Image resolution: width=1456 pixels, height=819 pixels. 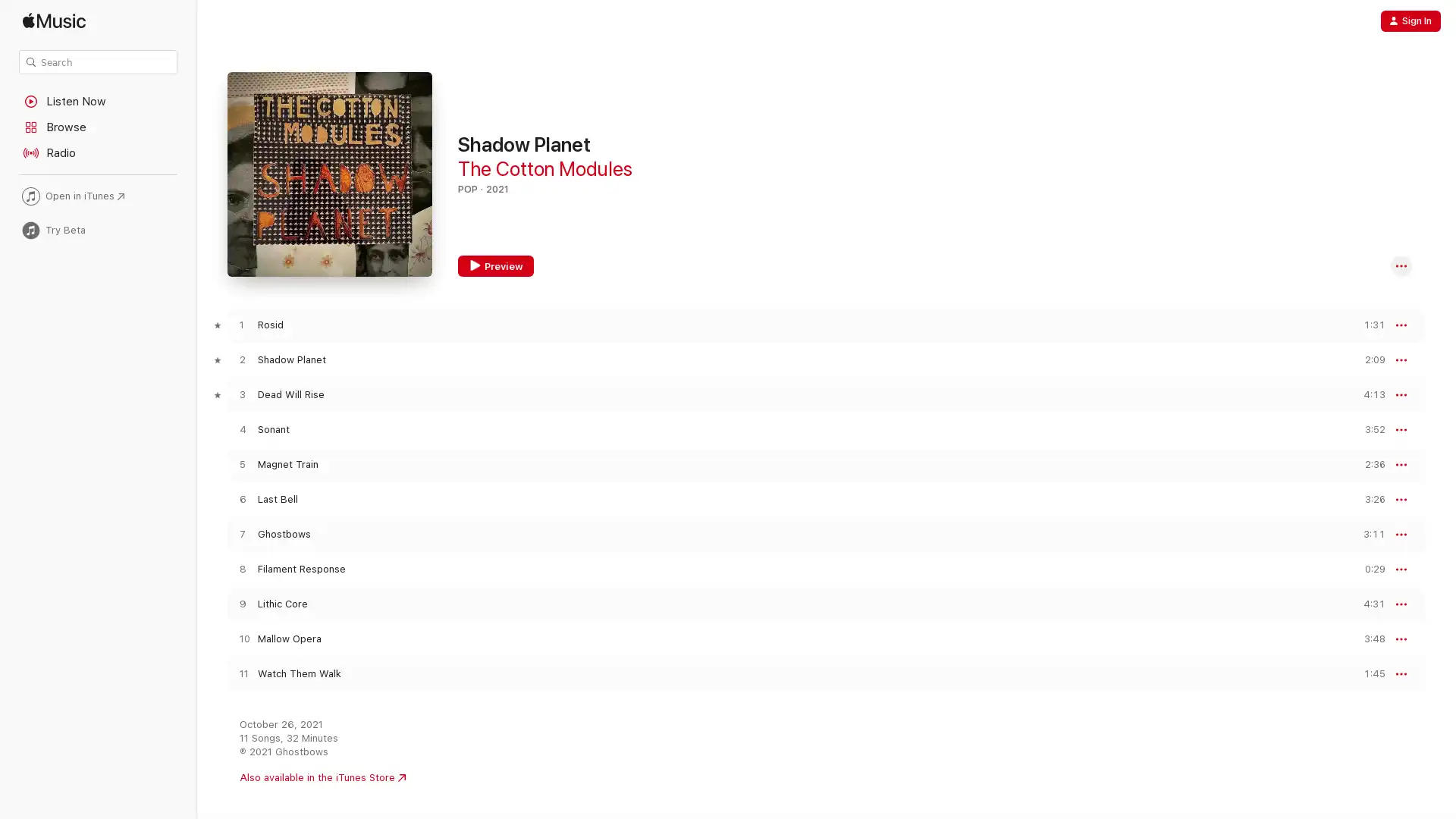 I want to click on Apple Music, so click(x=97, y=20).